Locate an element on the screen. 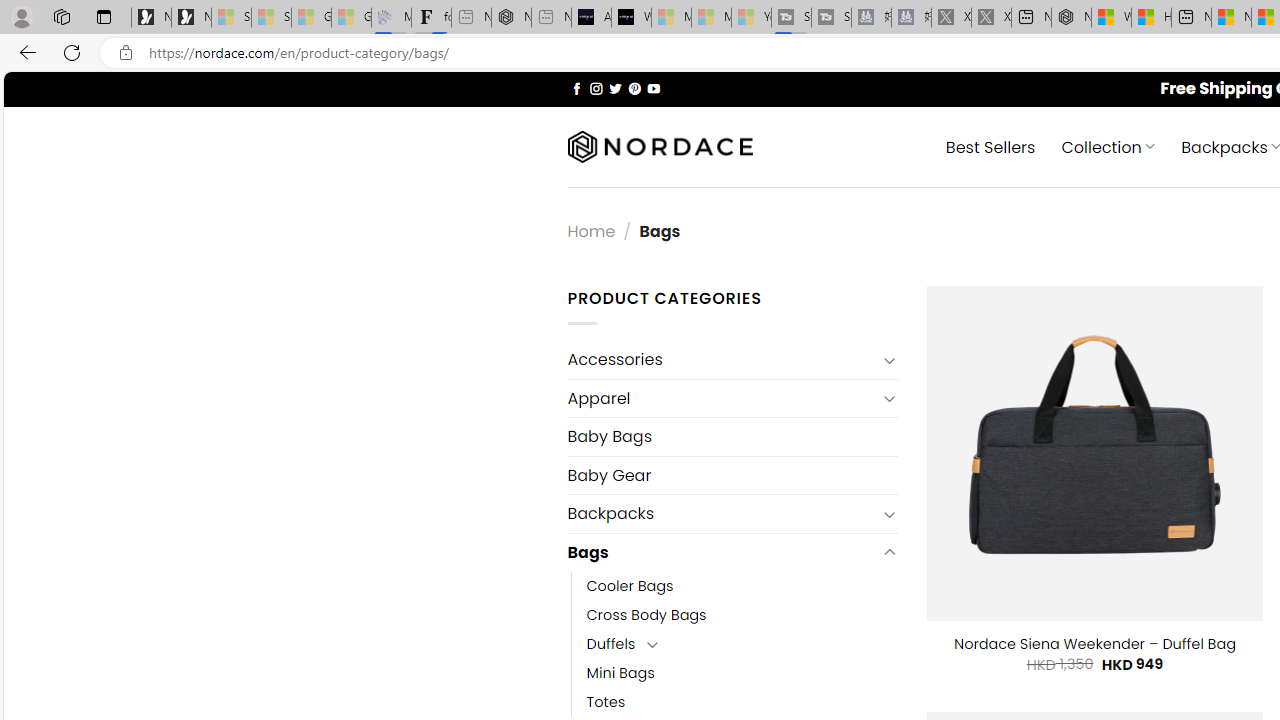  ' Best Sellers' is located at coordinates (990, 145).